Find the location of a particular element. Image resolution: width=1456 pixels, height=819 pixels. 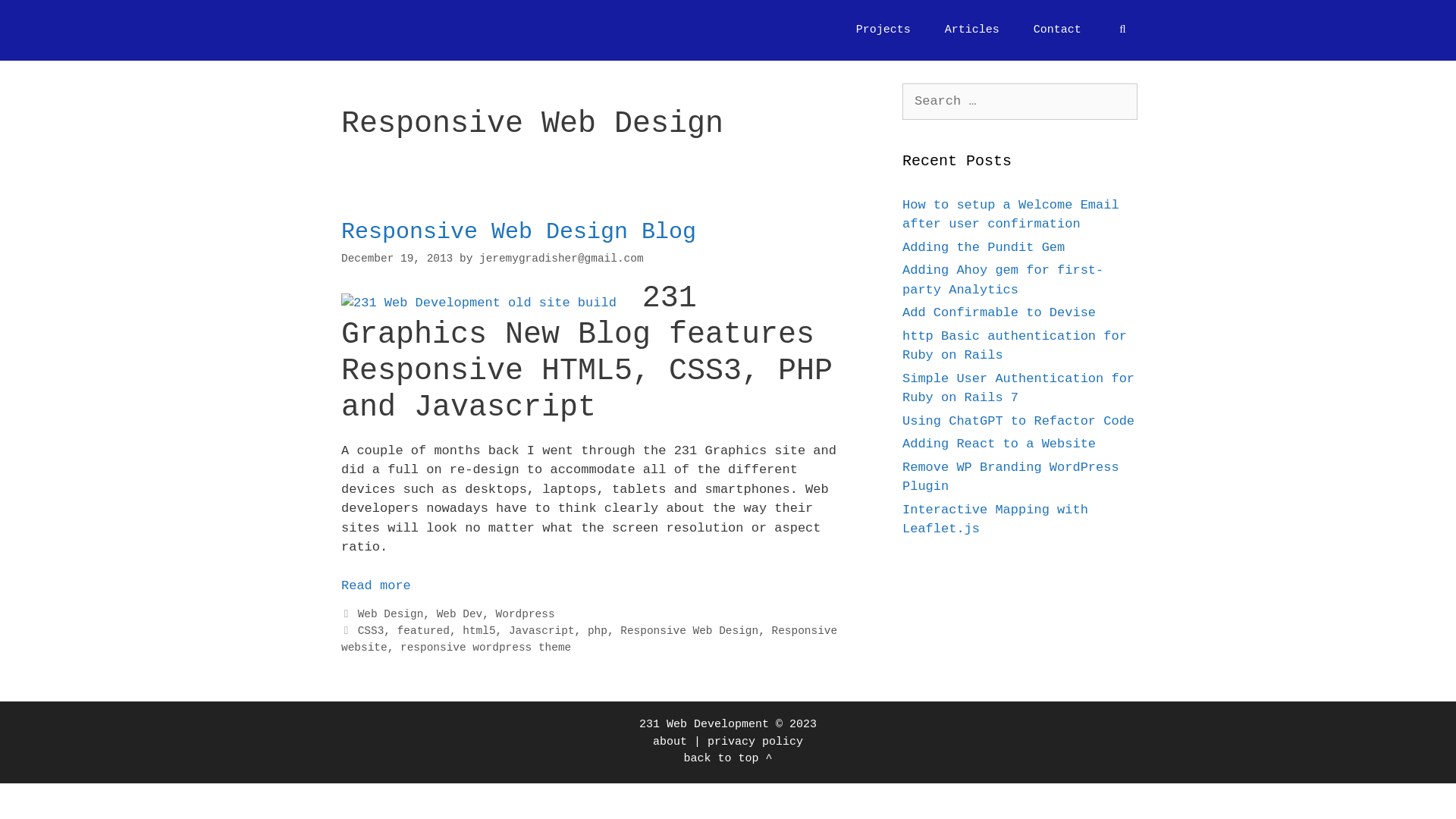

'CSS3' is located at coordinates (371, 631).